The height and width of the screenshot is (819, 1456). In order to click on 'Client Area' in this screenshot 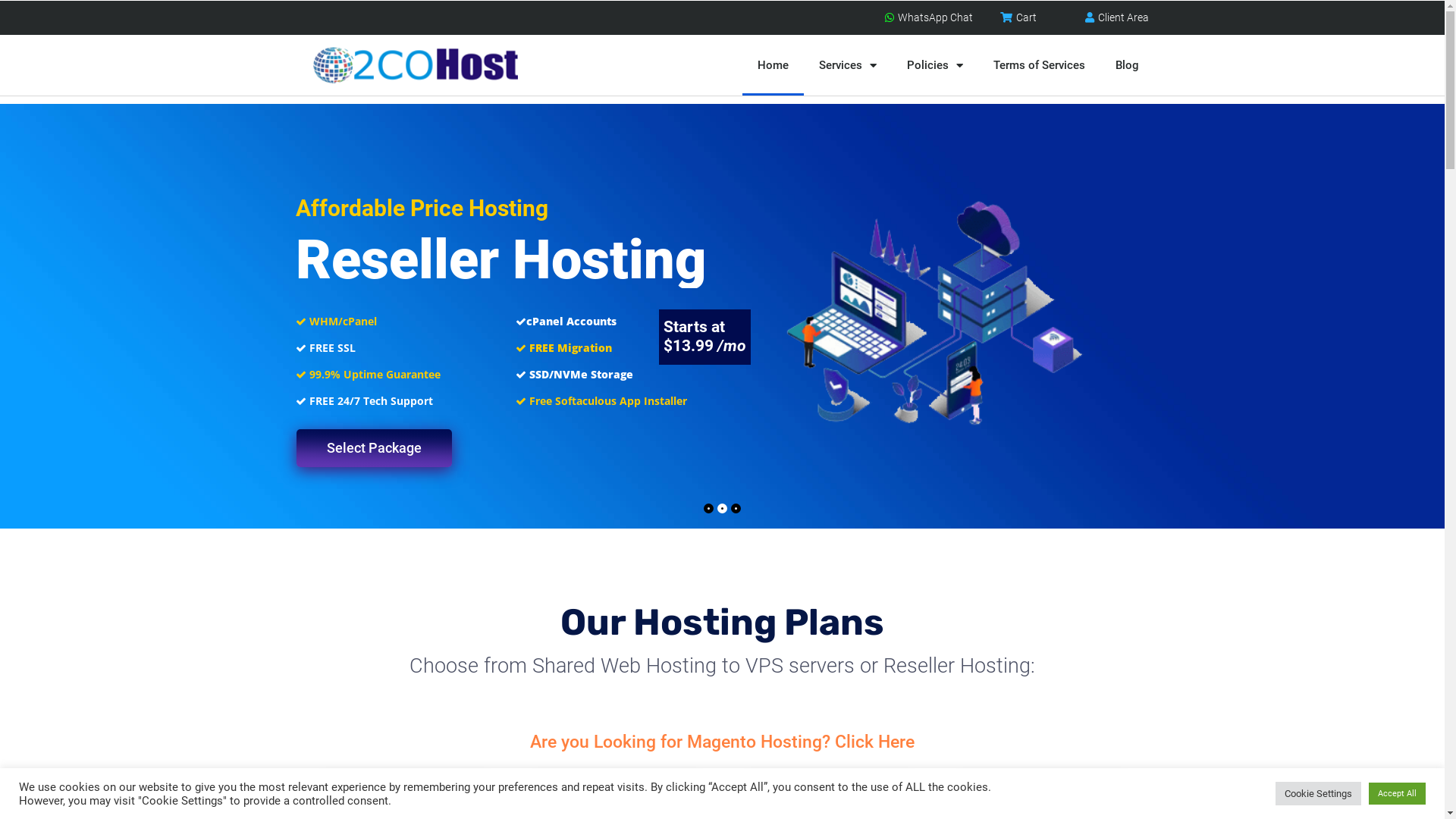, I will do `click(1114, 17)`.